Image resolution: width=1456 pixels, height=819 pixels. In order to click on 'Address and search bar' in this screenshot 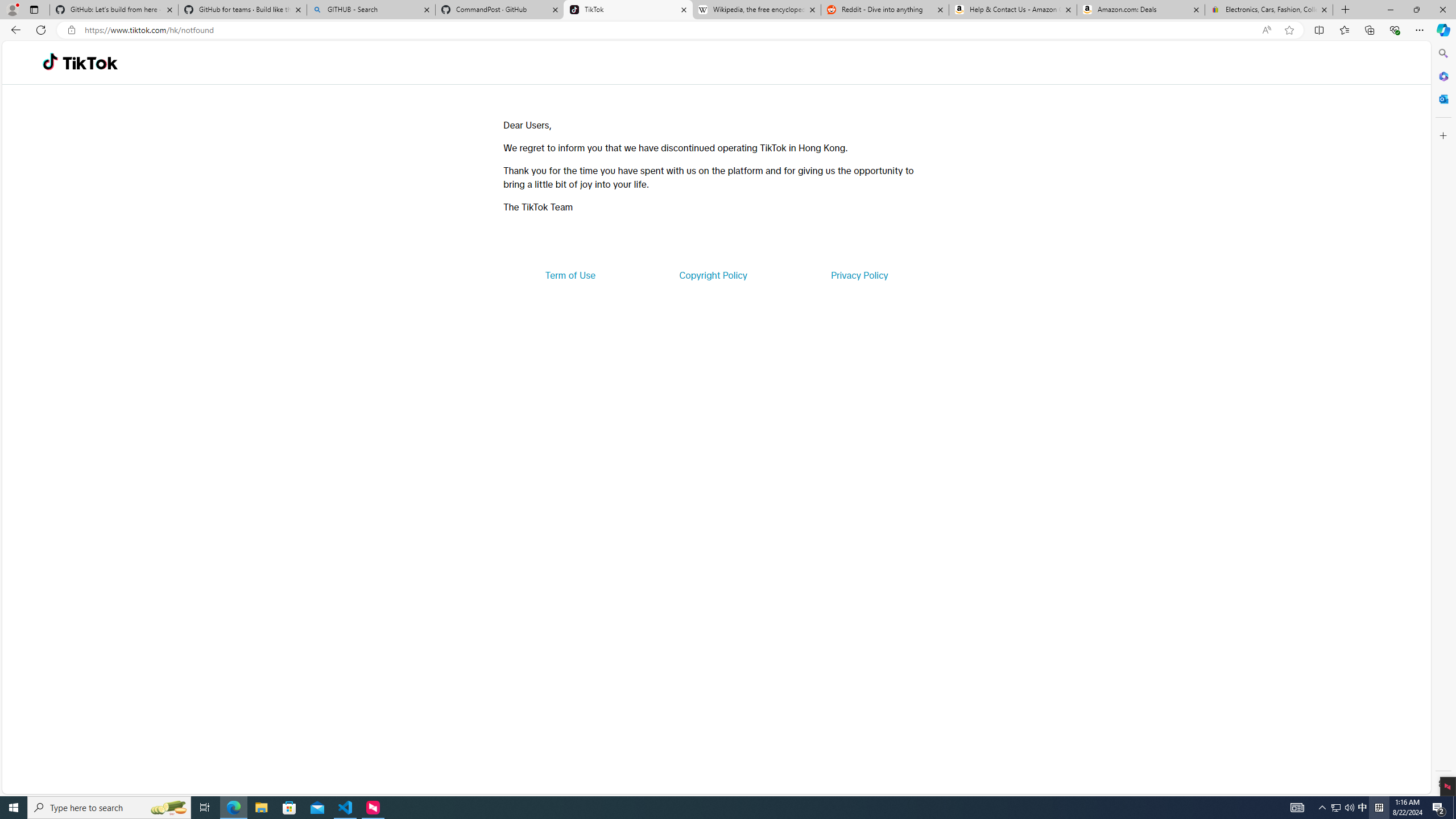, I will do `click(670, 30)`.